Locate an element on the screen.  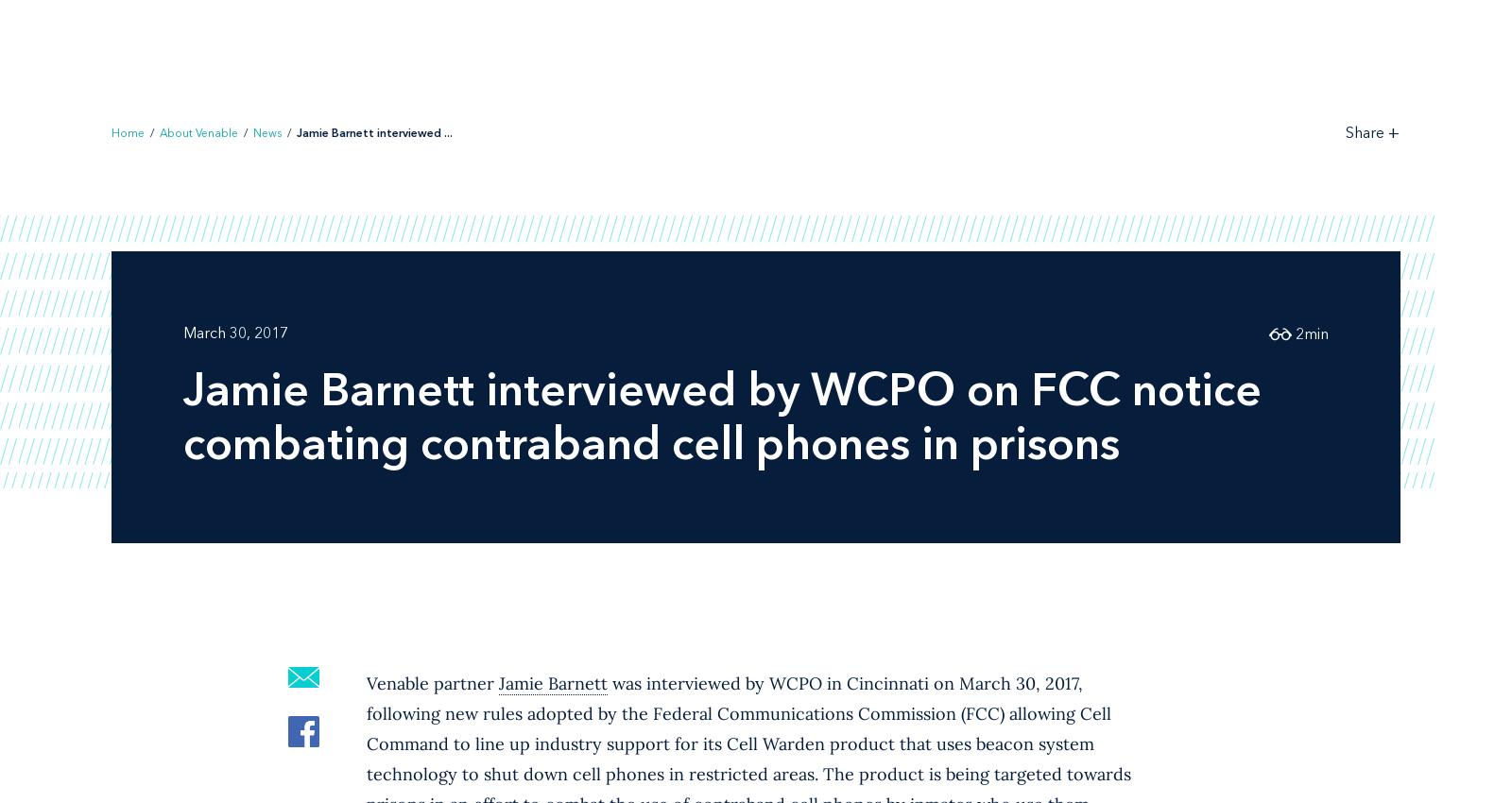
'News' is located at coordinates (267, 131).